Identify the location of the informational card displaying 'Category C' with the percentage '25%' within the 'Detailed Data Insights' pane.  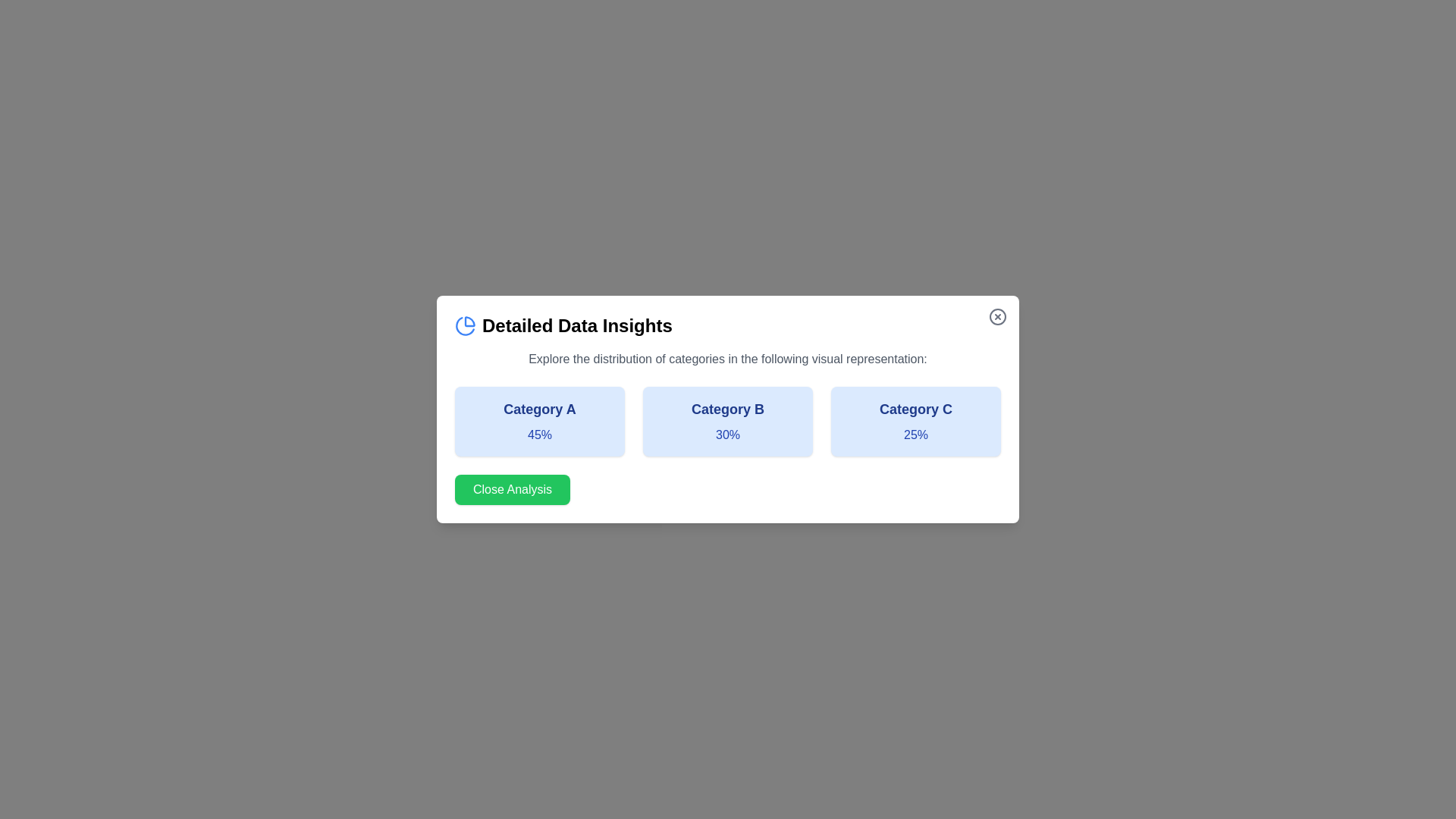
(915, 421).